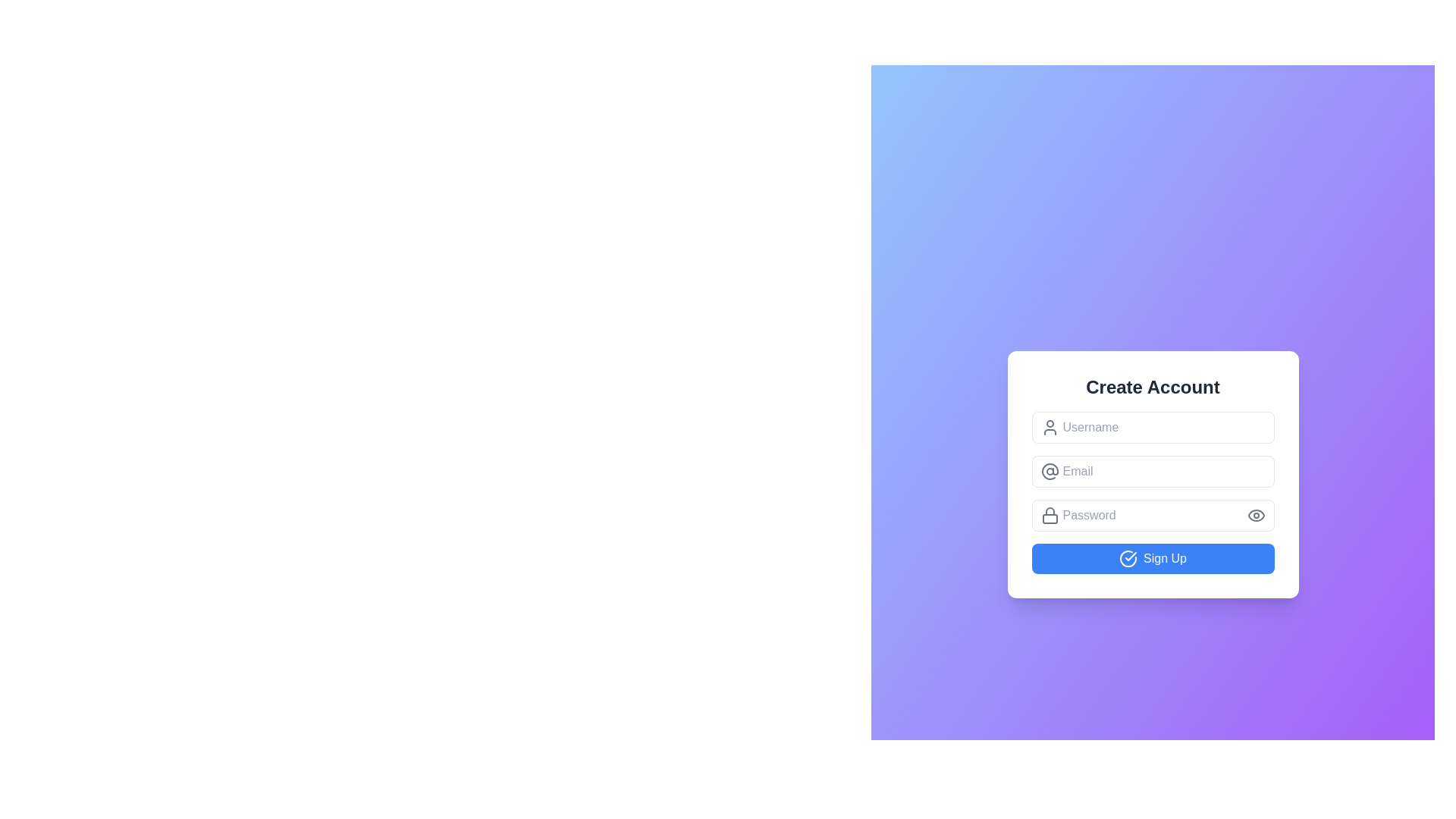 This screenshot has width=1456, height=819. I want to click on the decorative vector graphic icon (checkmark) located at the center of the circular icon on the 'Sign Up' button, so click(1131, 556).